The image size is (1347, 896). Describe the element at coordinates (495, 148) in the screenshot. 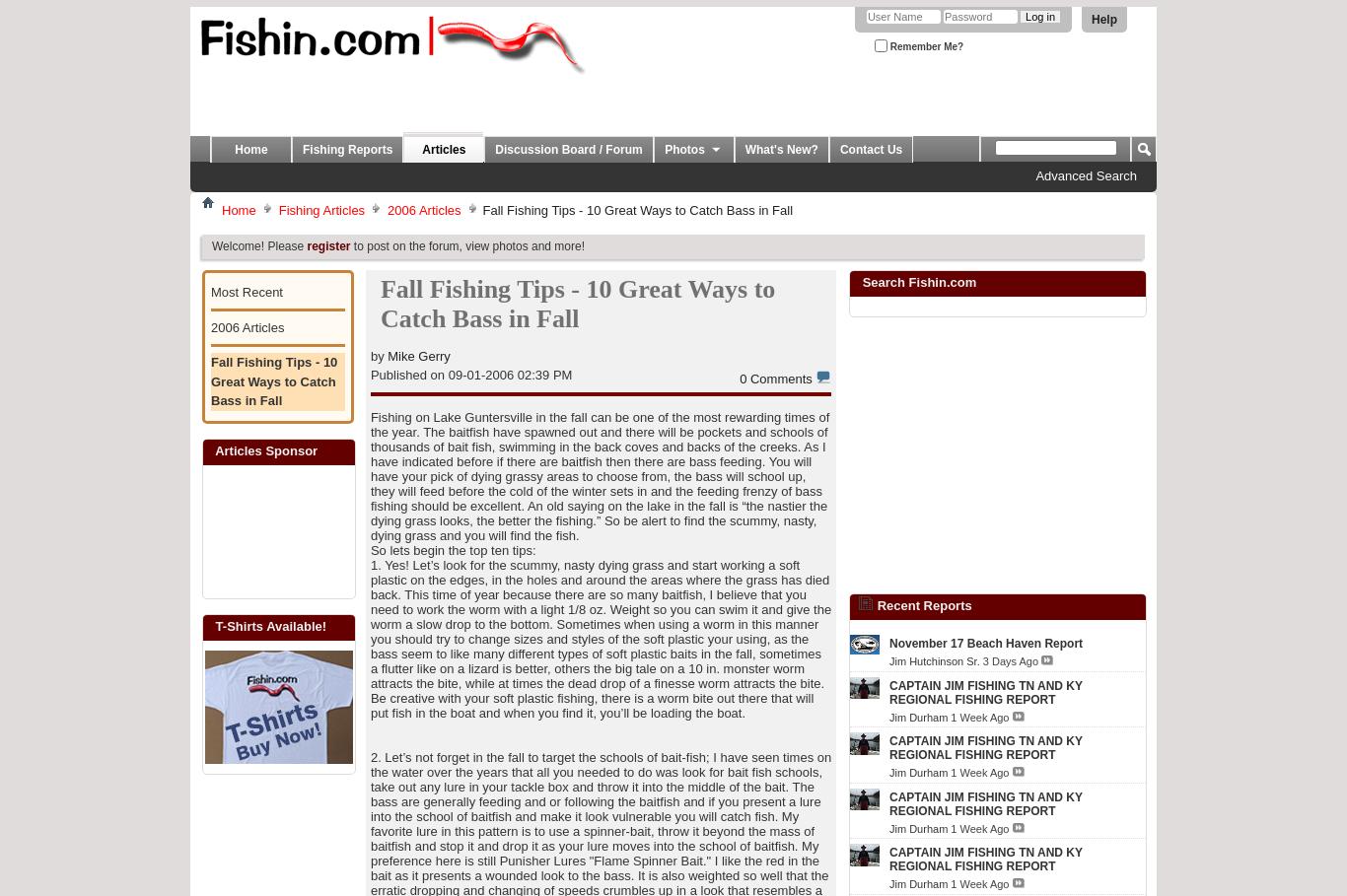

I see `'Discussion Board / Forum'` at that location.